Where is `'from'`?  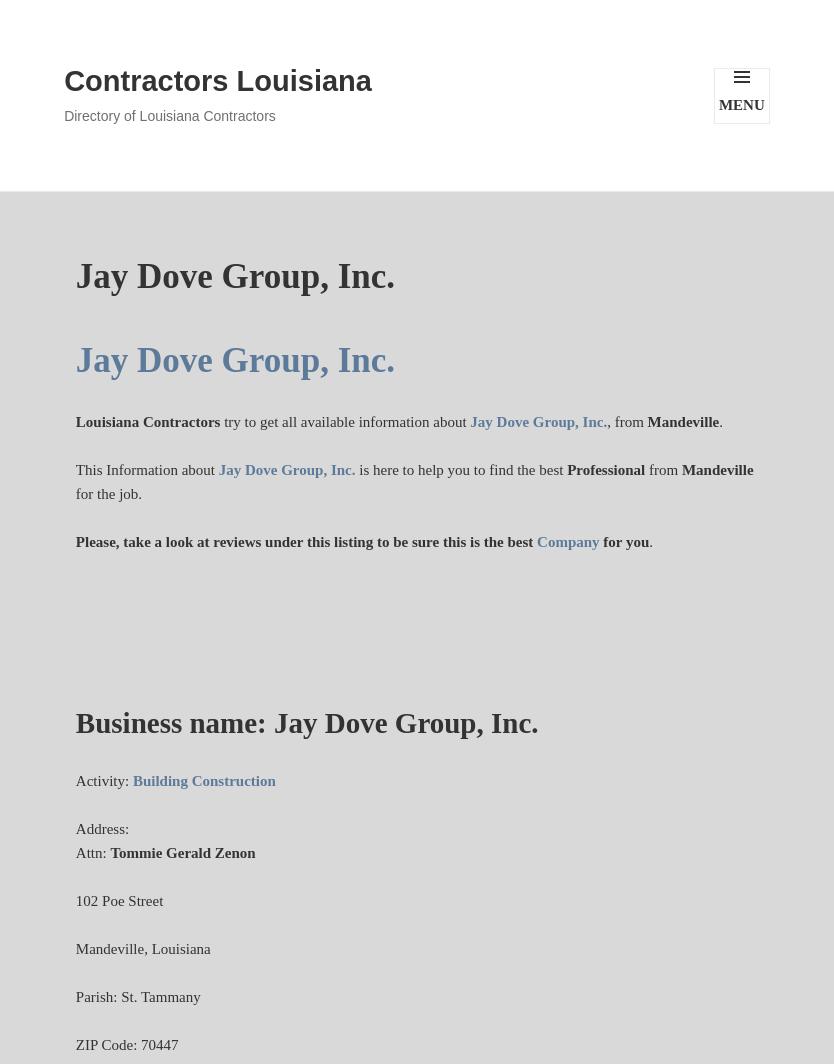 'from' is located at coordinates (662, 469).